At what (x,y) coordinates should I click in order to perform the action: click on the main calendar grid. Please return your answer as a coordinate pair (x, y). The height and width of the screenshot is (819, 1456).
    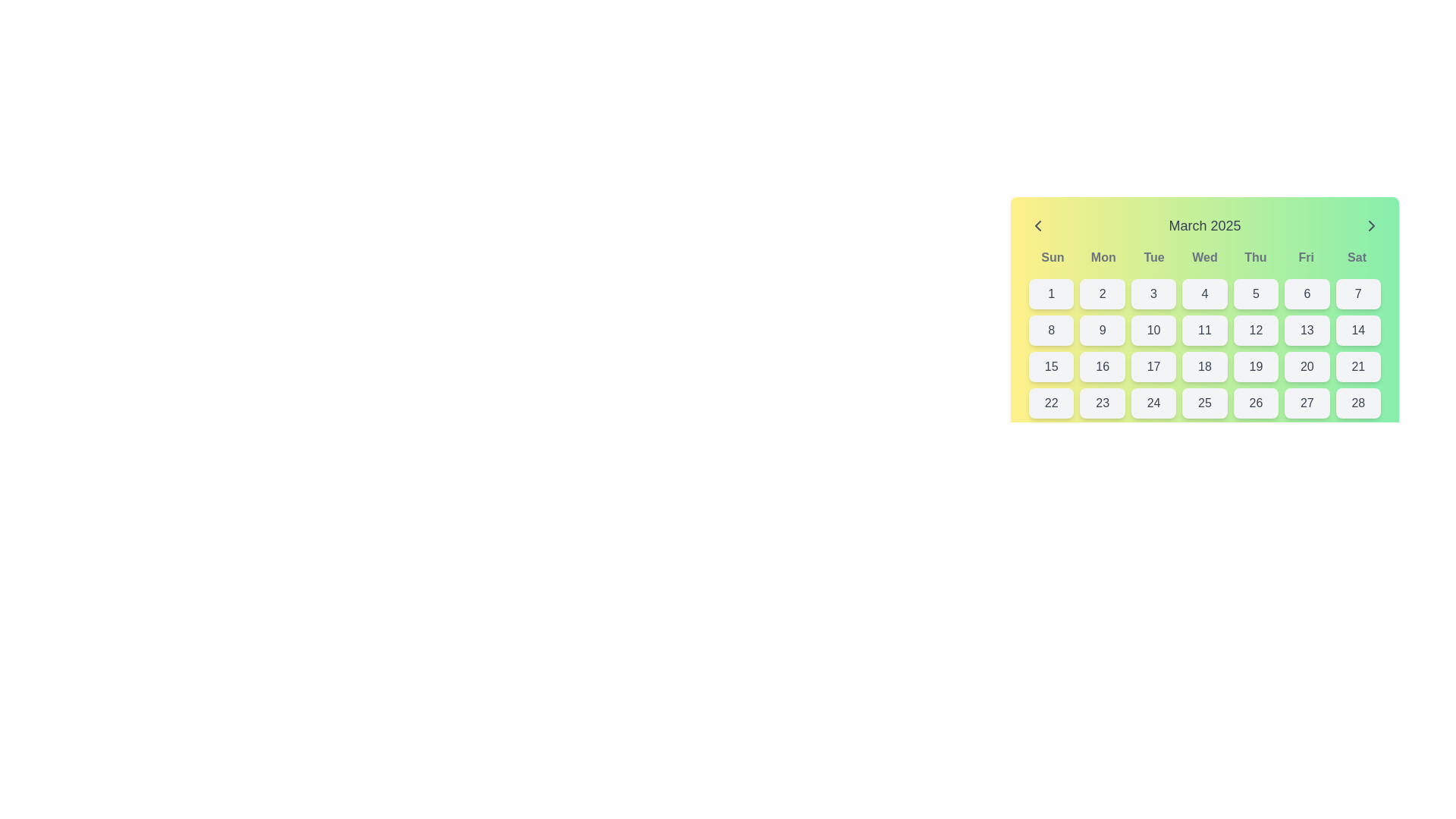
    Looking at the image, I should click on (1203, 366).